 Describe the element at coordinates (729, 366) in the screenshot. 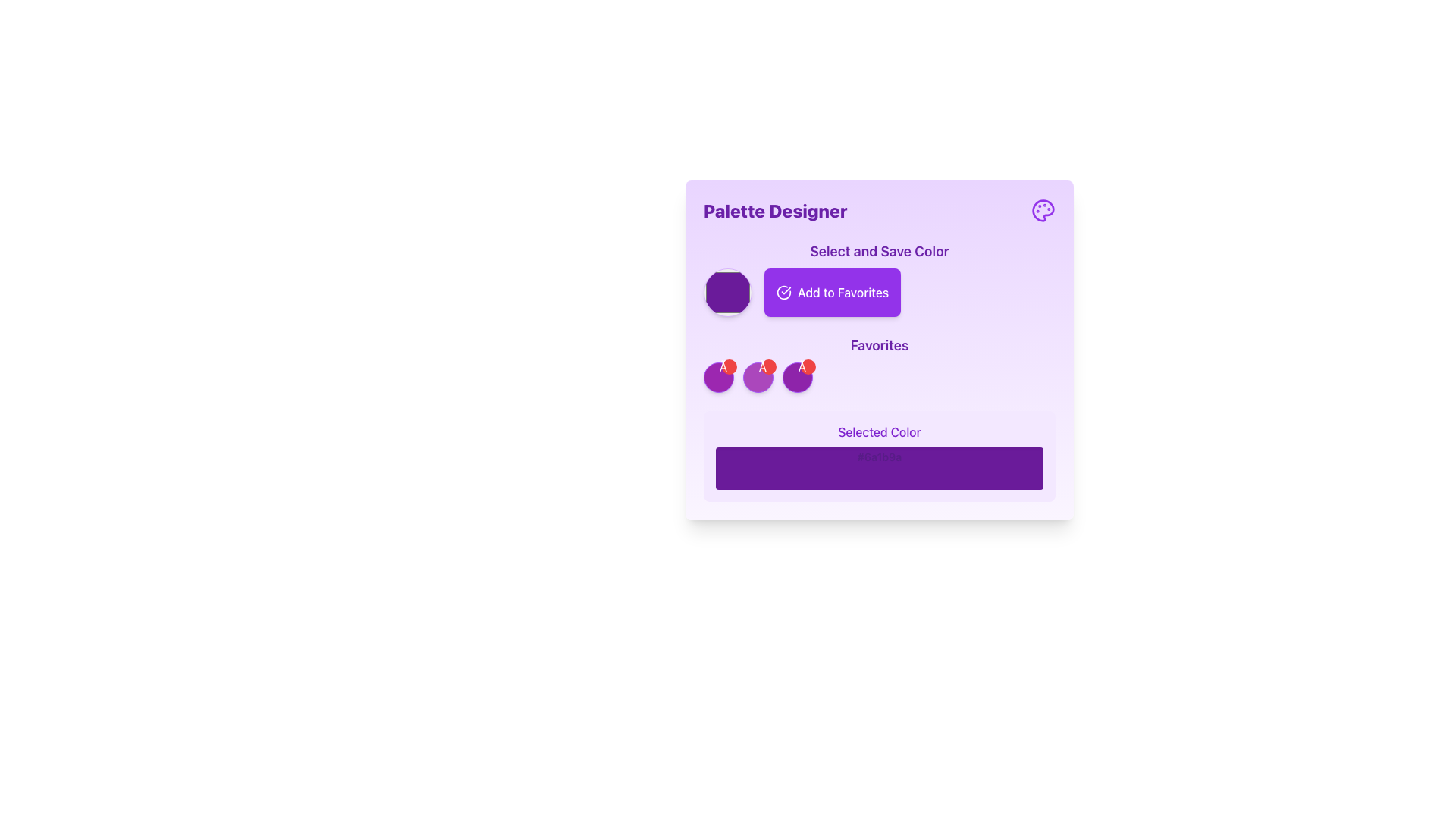

I see `the delete button located at the top-right corner of the purple-bordered circular element in the 'Favorites' section` at that location.